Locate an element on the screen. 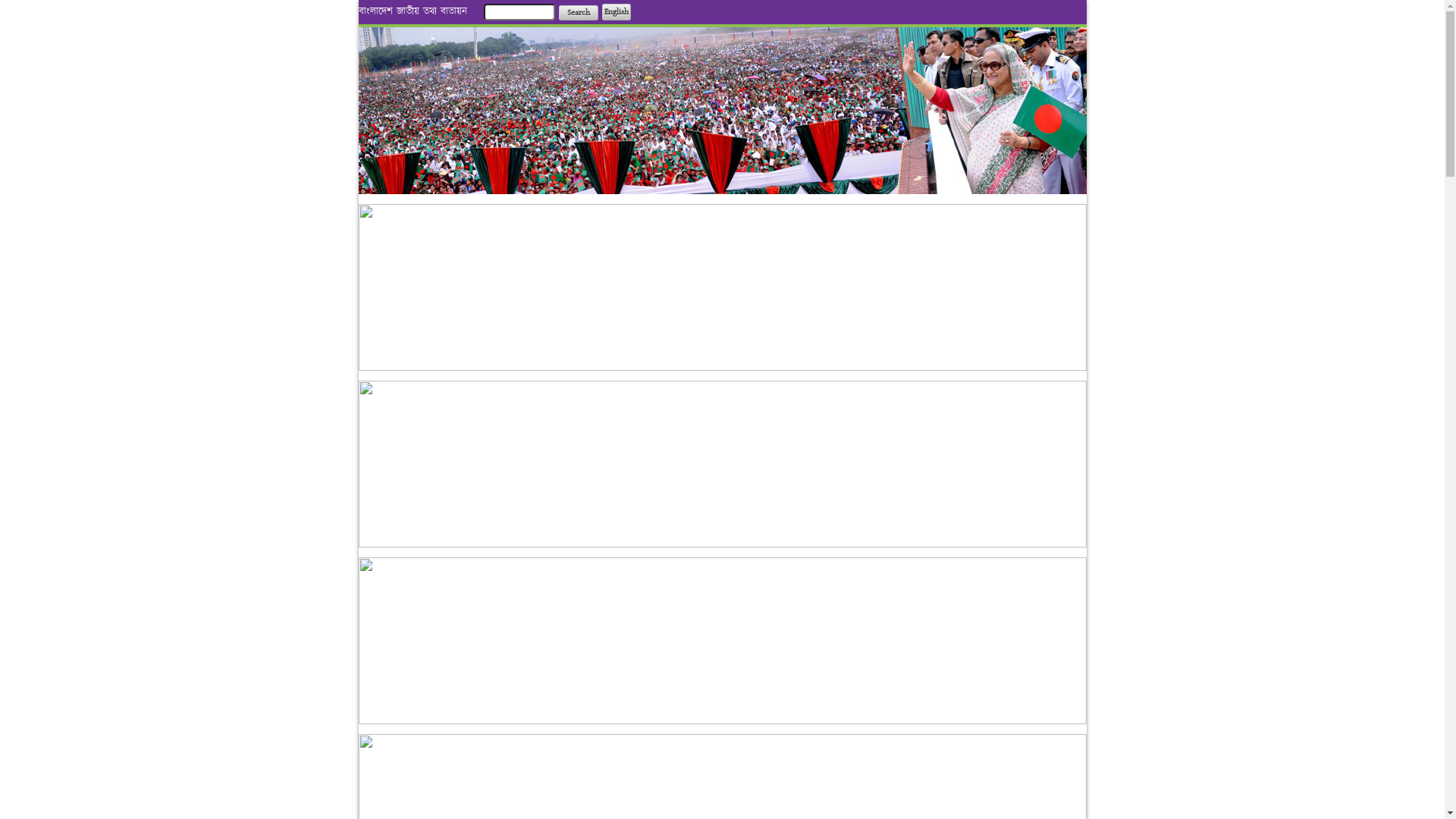  'English' is located at coordinates (616, 11).